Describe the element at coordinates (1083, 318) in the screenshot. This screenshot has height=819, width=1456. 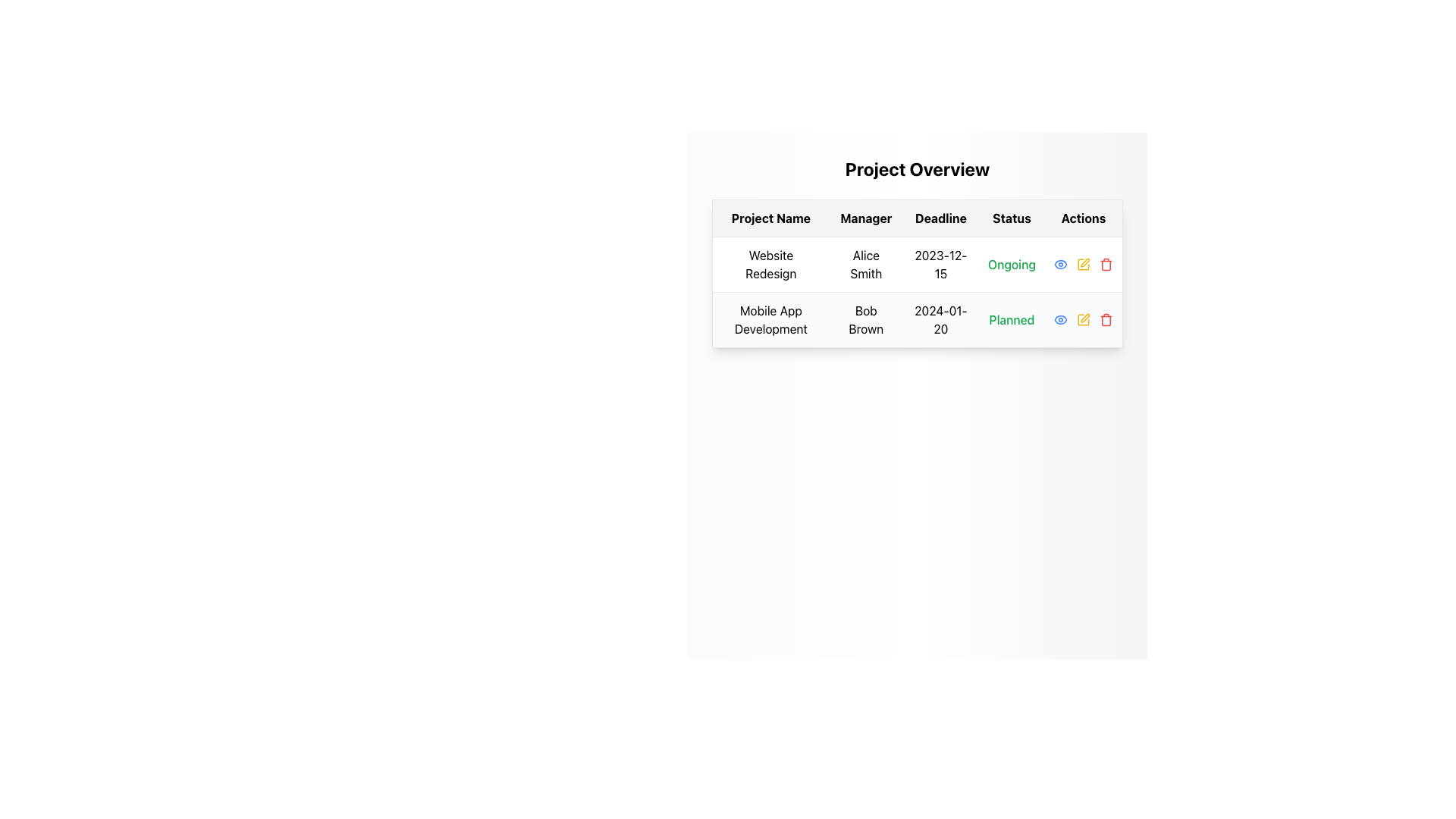
I see `the edit icon button in the 'Actions' section of the 'Project Overview' table` at that location.